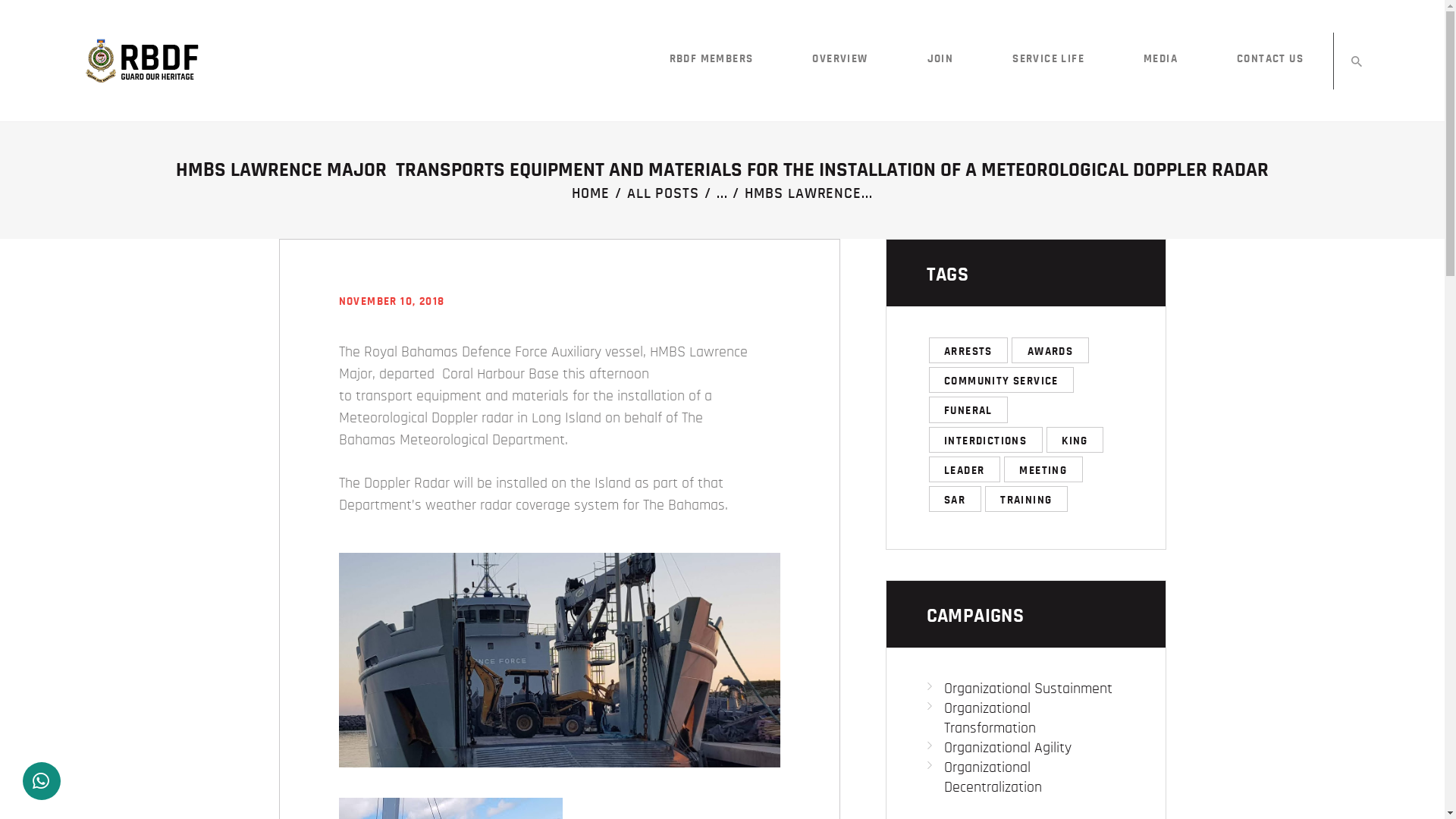 The height and width of the screenshot is (819, 1456). I want to click on 'ARRESTS', so click(967, 350).